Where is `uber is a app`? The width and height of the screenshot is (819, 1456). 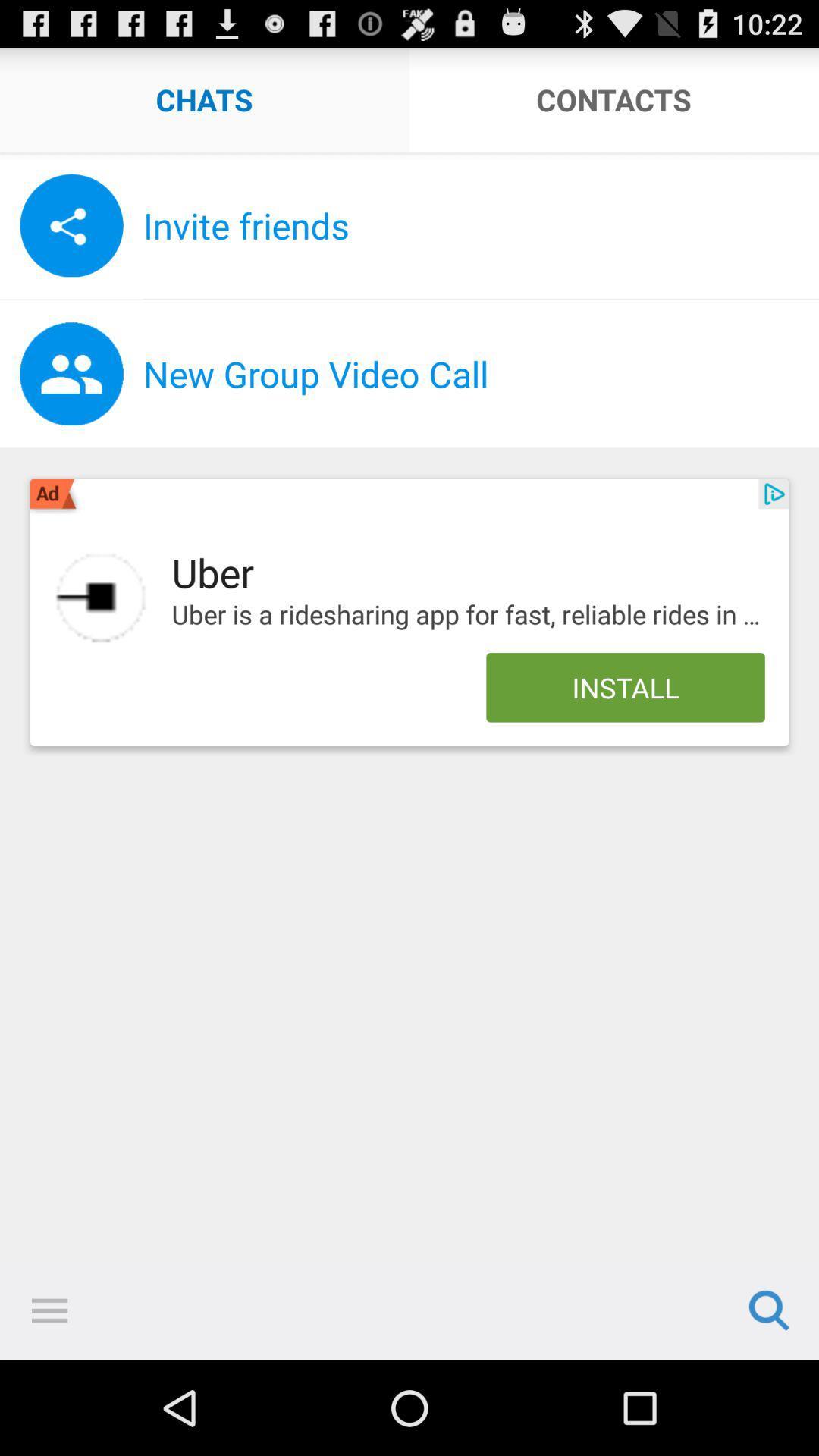
uber is a app is located at coordinates (467, 615).